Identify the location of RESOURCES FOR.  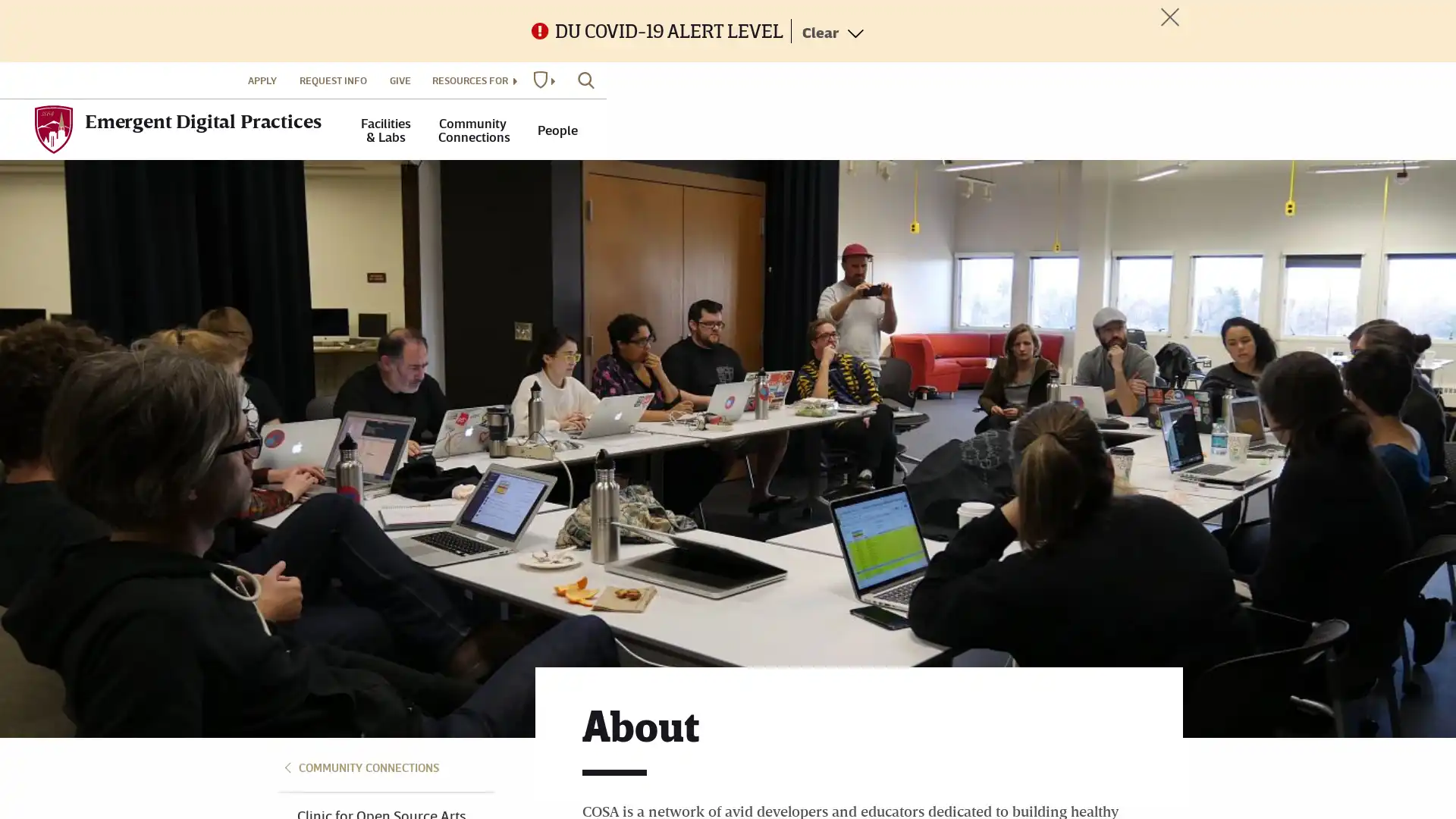
(1048, 80).